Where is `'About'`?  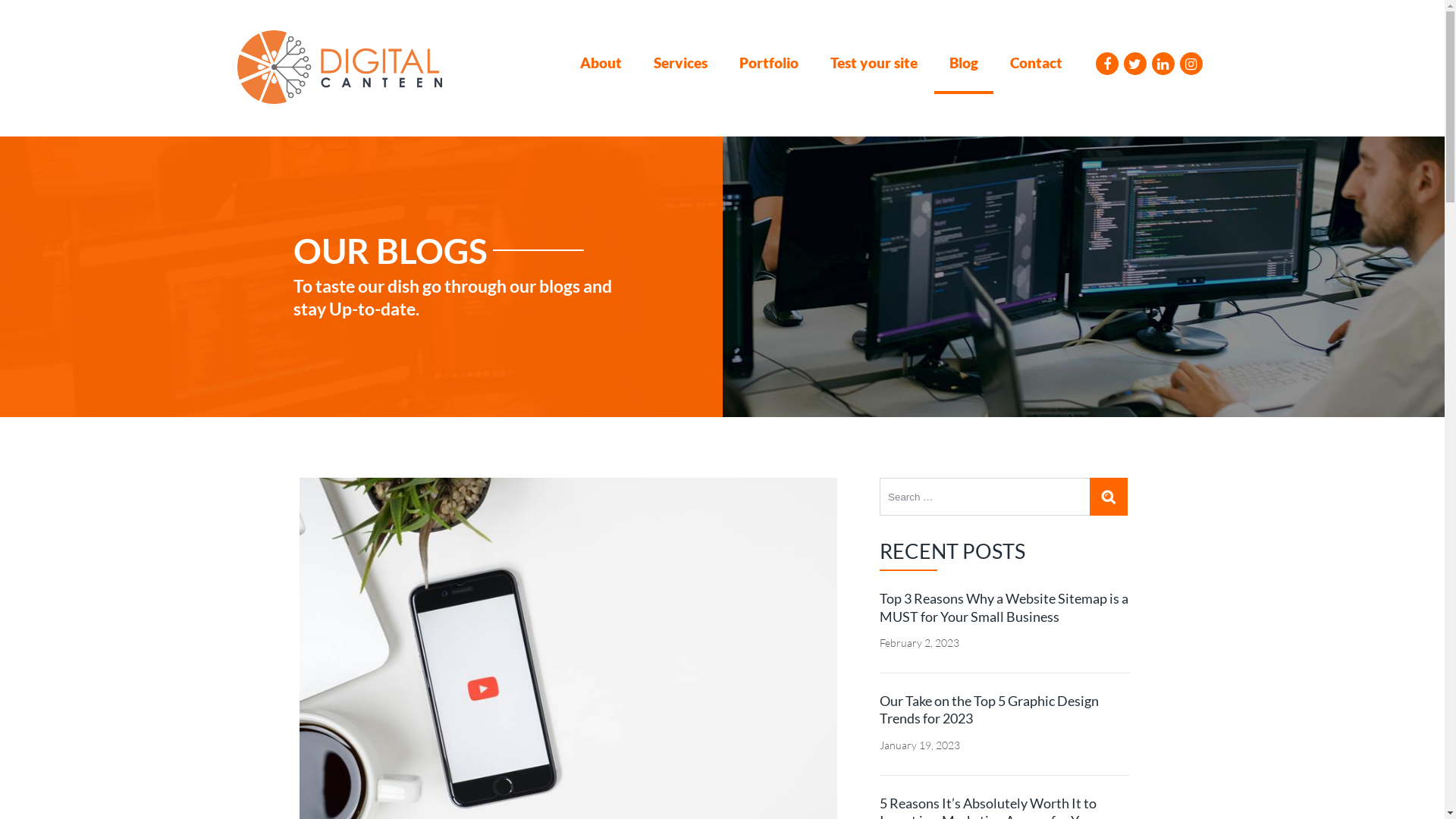 'About' is located at coordinates (599, 71).